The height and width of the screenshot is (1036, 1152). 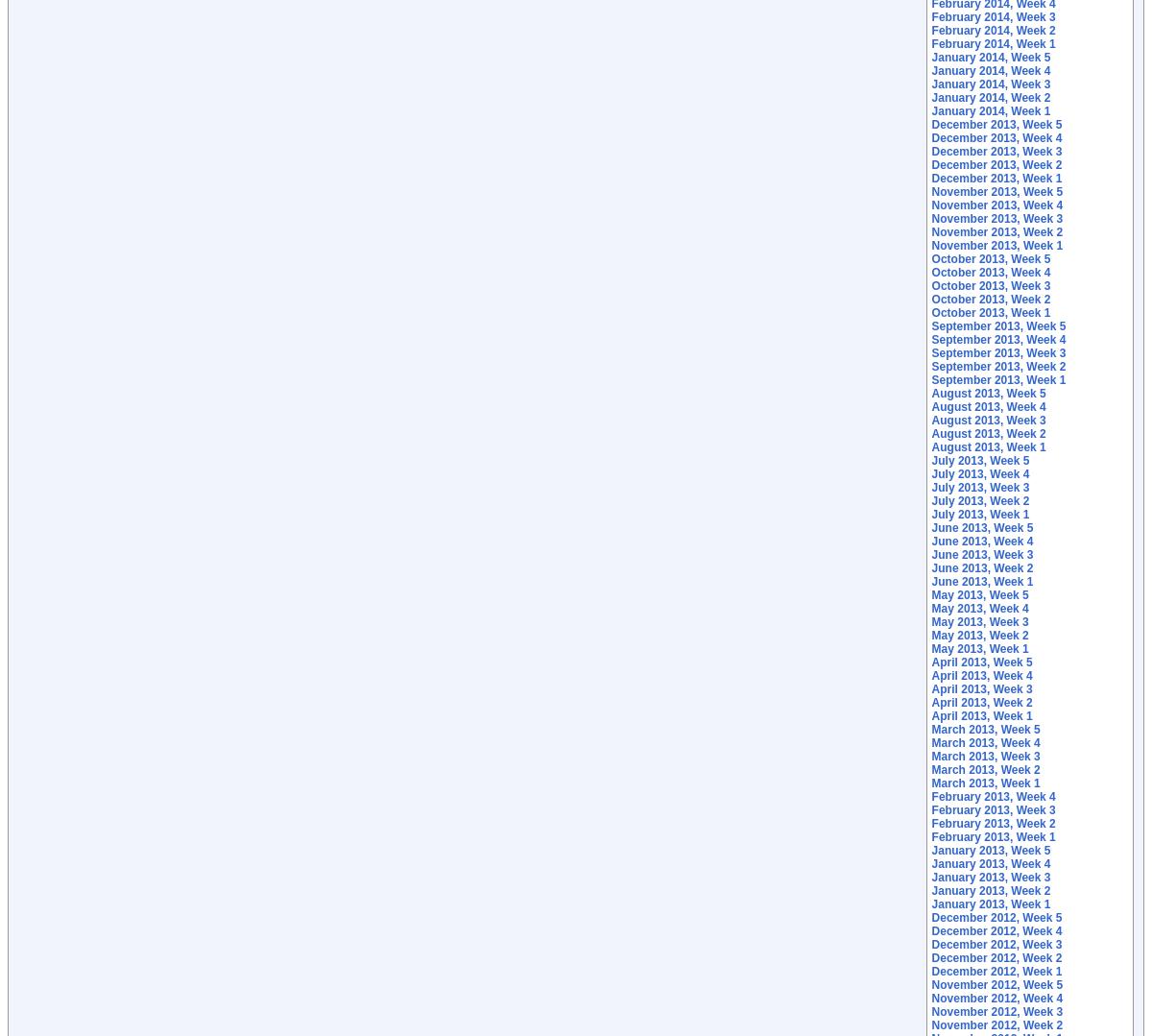 What do you see at coordinates (991, 849) in the screenshot?
I see `'January 2013, Week 5'` at bounding box center [991, 849].